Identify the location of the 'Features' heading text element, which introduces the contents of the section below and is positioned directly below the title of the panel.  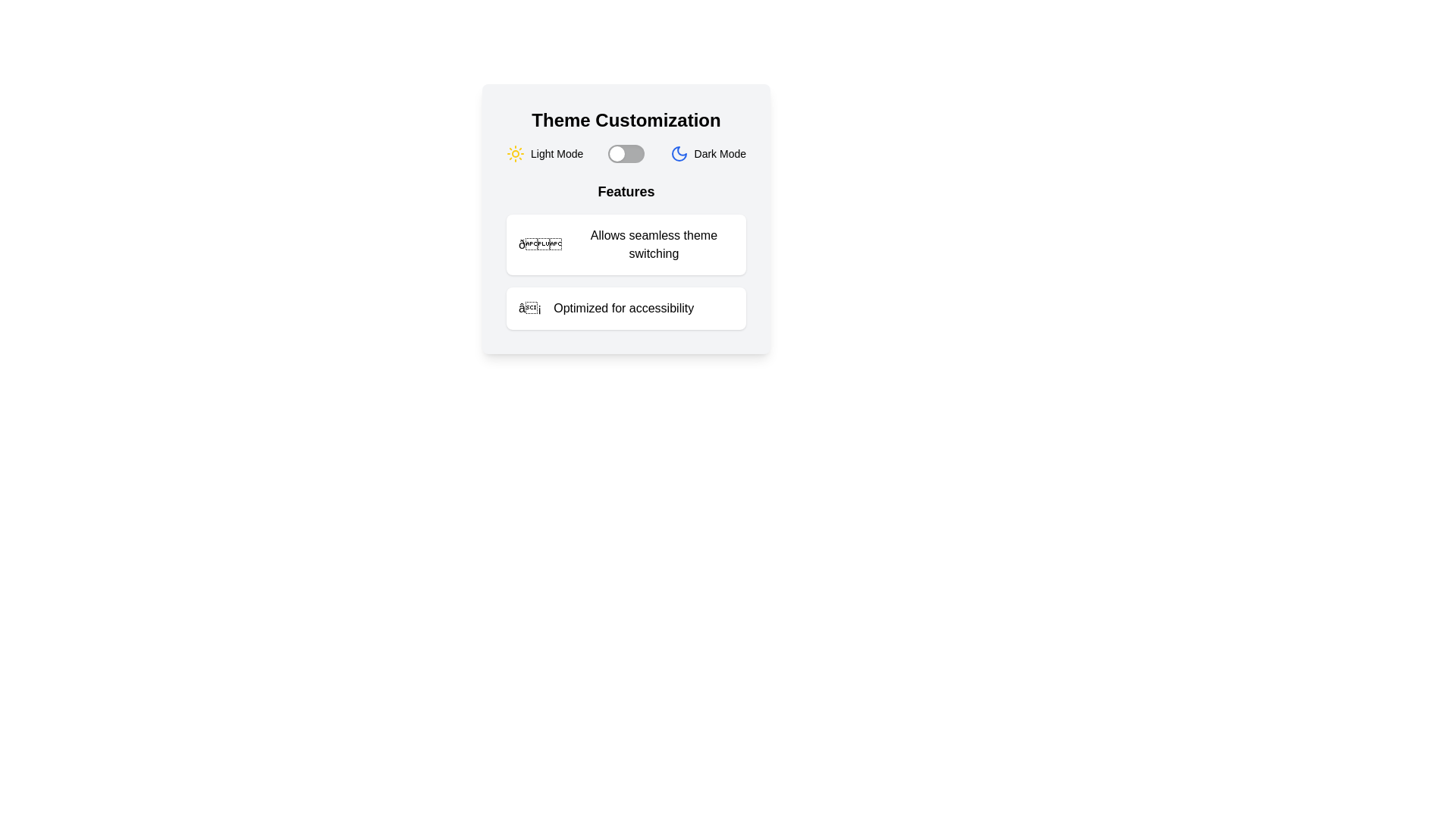
(626, 191).